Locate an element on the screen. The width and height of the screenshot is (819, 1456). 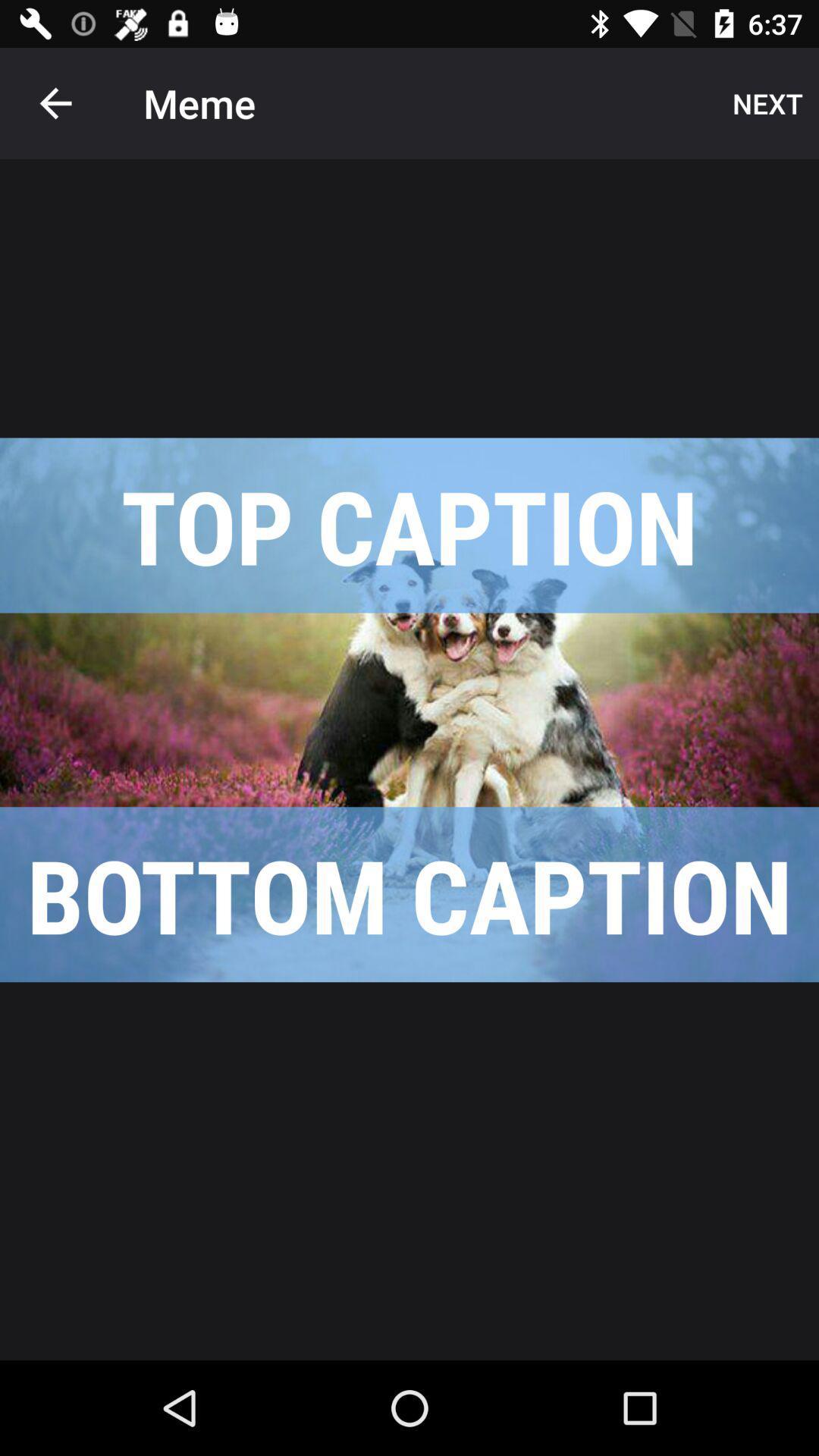
advertisement is located at coordinates (409, 709).